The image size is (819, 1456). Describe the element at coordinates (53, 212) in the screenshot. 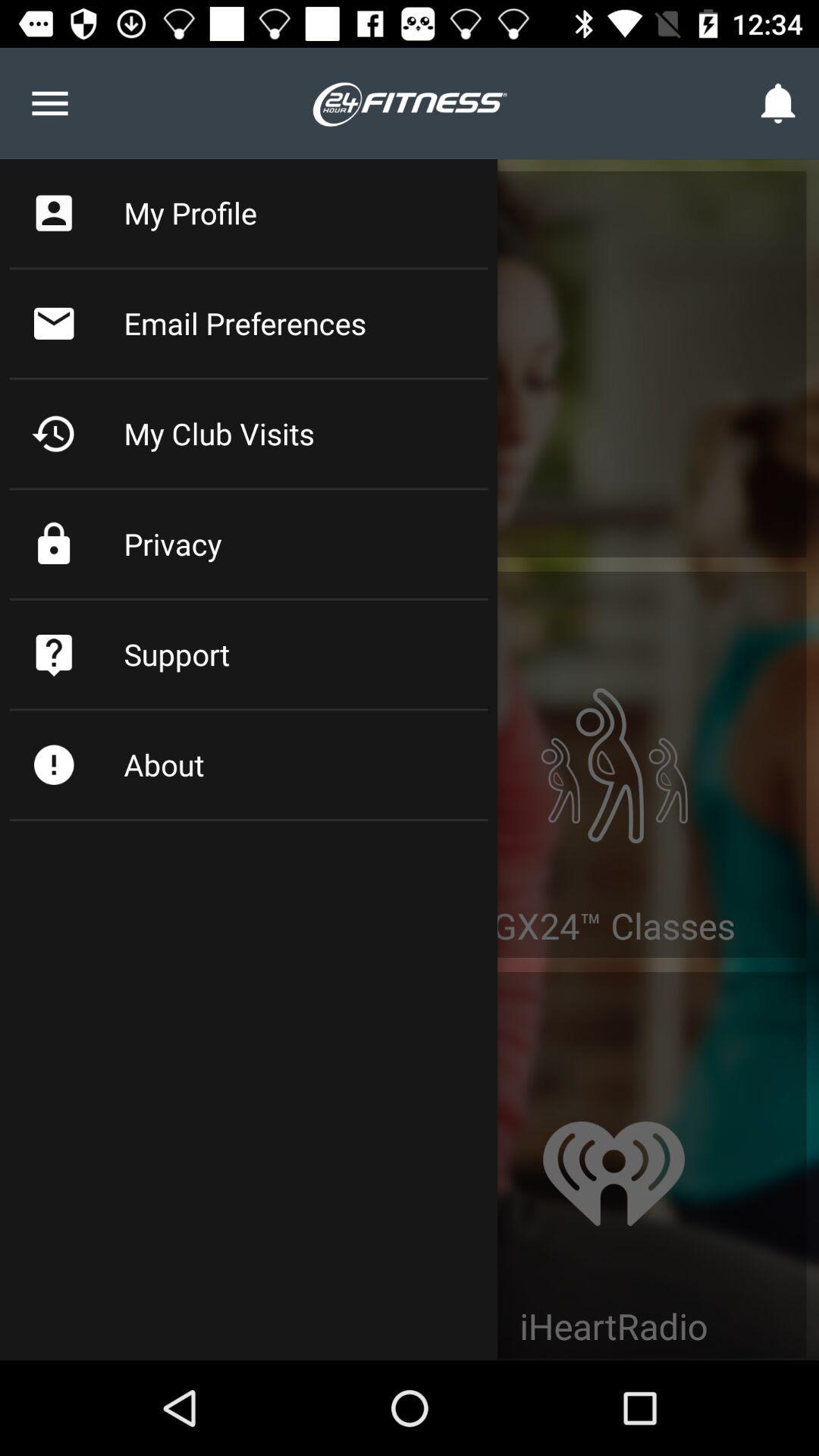

I see `the icon left to the my profile` at that location.